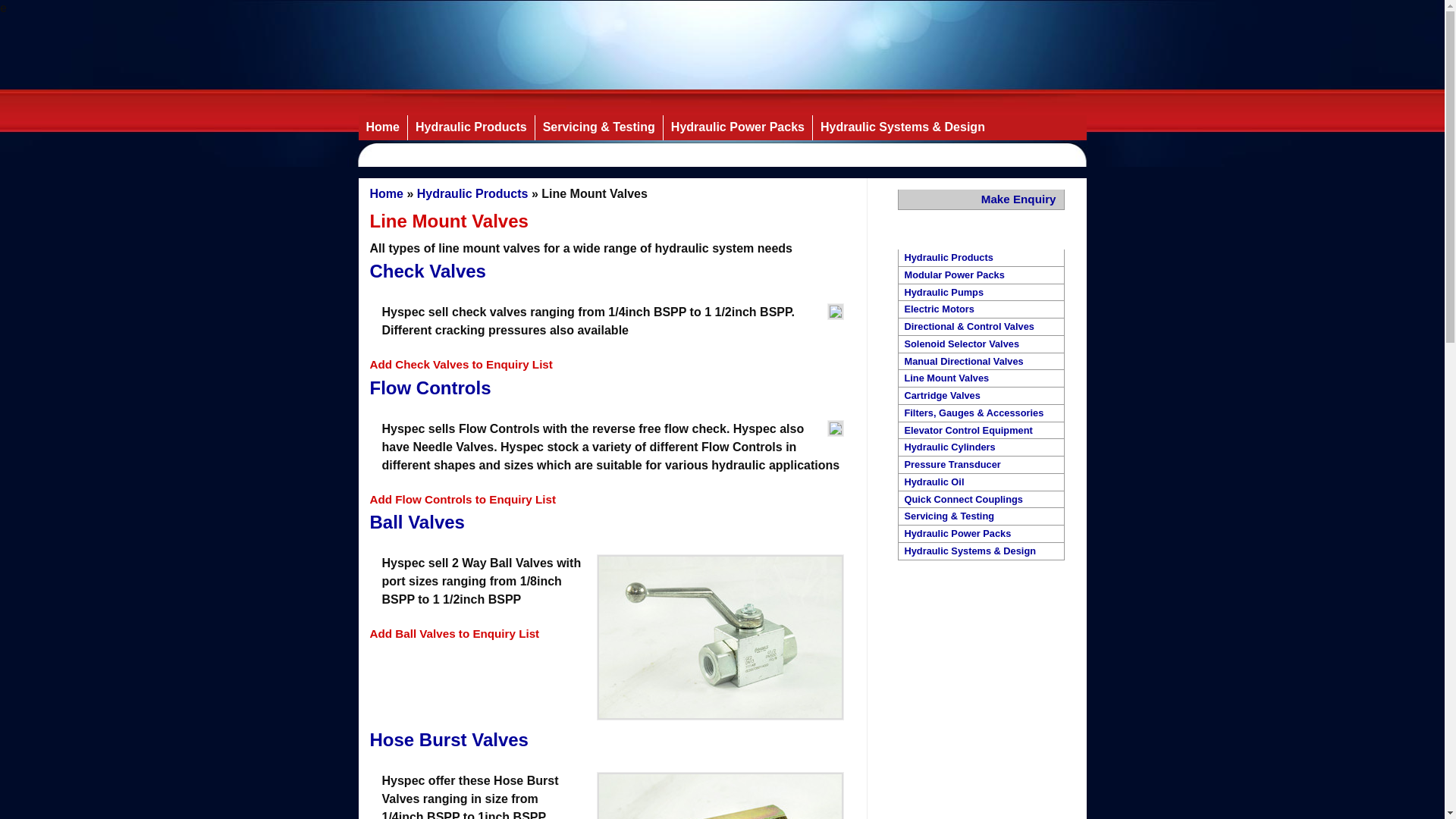 The width and height of the screenshot is (1456, 819). I want to click on 'Servicing & Testing', so click(598, 127).